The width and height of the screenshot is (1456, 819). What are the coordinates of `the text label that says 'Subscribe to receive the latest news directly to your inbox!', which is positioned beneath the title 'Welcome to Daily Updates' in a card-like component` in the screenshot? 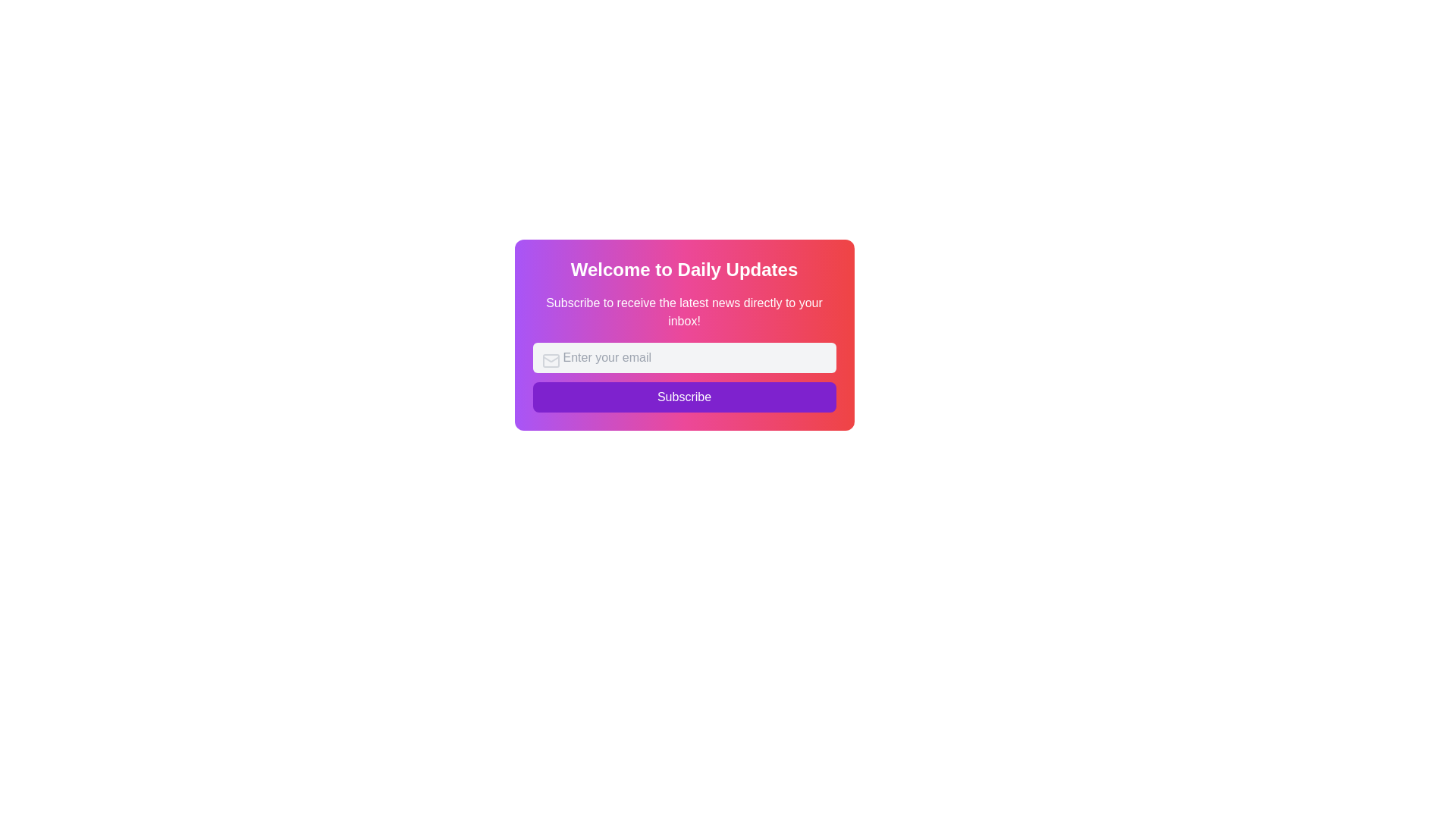 It's located at (683, 312).